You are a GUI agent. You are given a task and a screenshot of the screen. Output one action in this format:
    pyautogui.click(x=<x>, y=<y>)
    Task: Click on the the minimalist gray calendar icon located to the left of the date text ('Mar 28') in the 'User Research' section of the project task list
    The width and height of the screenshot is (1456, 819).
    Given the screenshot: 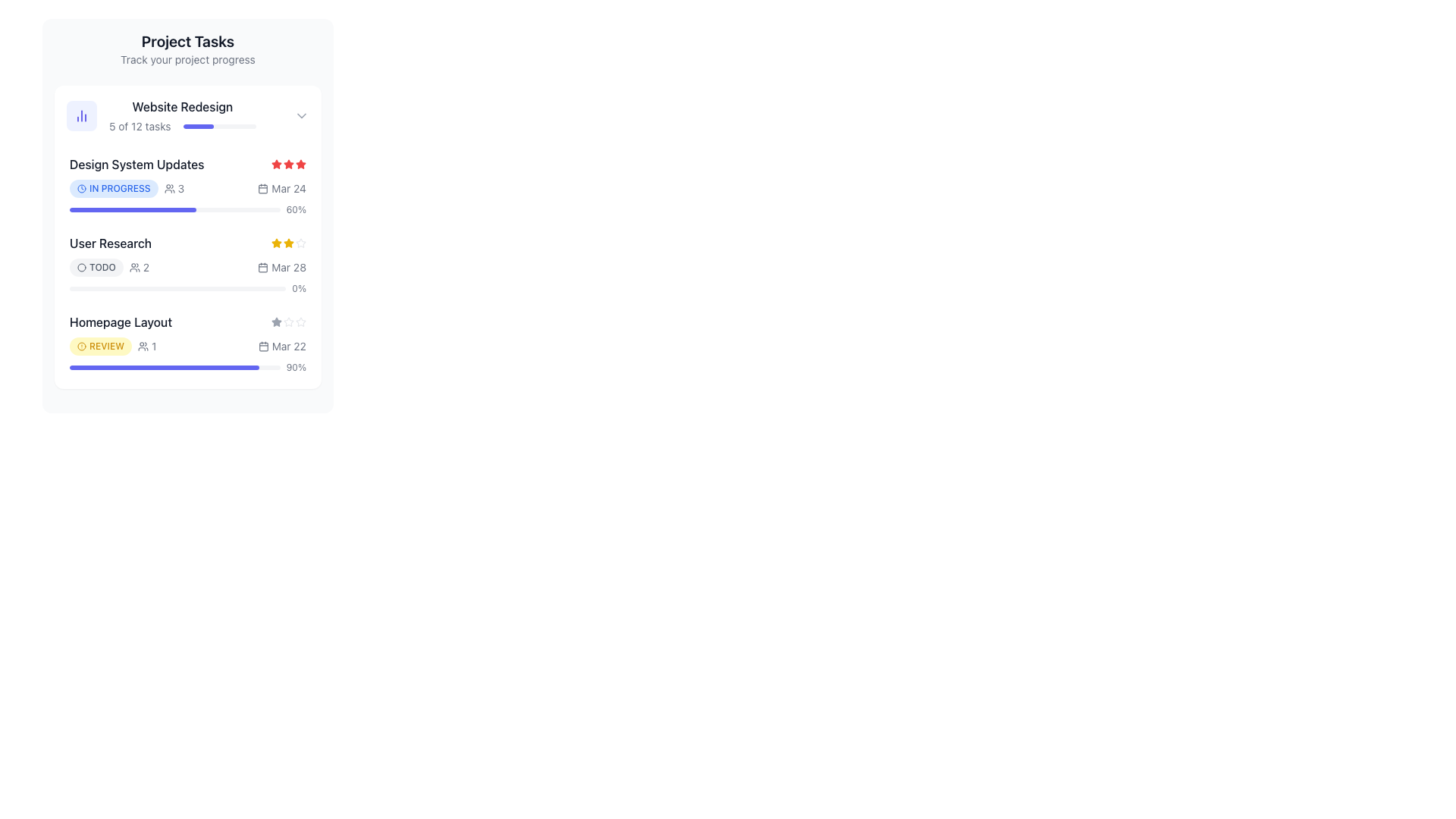 What is the action you would take?
    pyautogui.click(x=263, y=267)
    